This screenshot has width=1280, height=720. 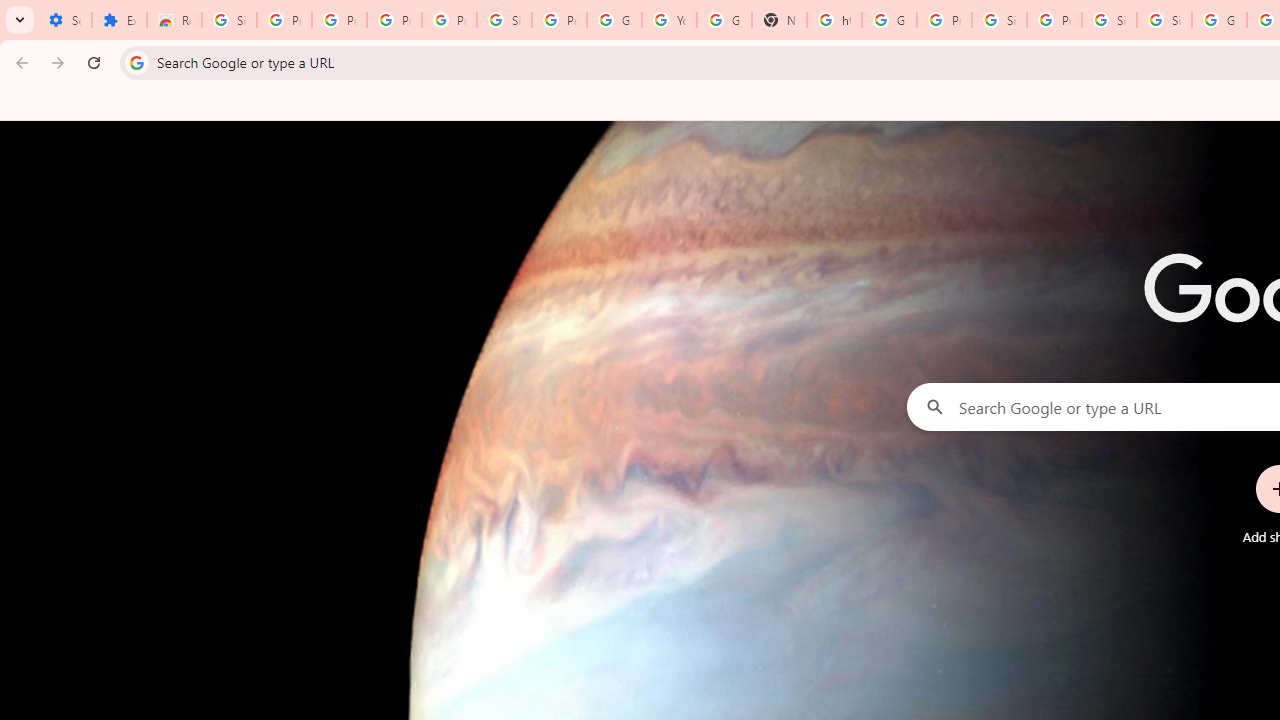 I want to click on 'https://scholar.google.com/', so click(x=833, y=20).